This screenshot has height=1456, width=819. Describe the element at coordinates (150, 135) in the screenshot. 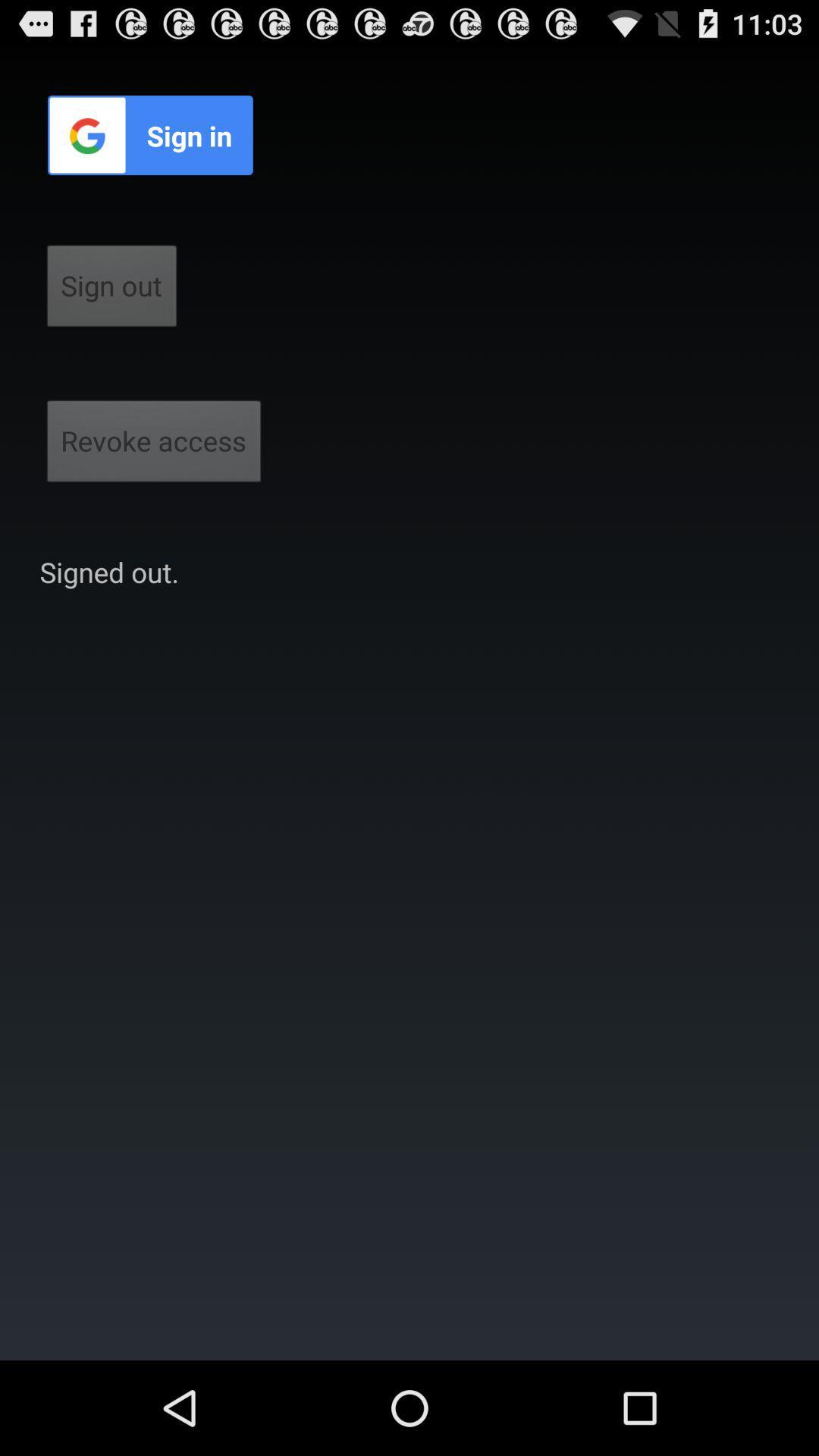

I see `sign in icon` at that location.